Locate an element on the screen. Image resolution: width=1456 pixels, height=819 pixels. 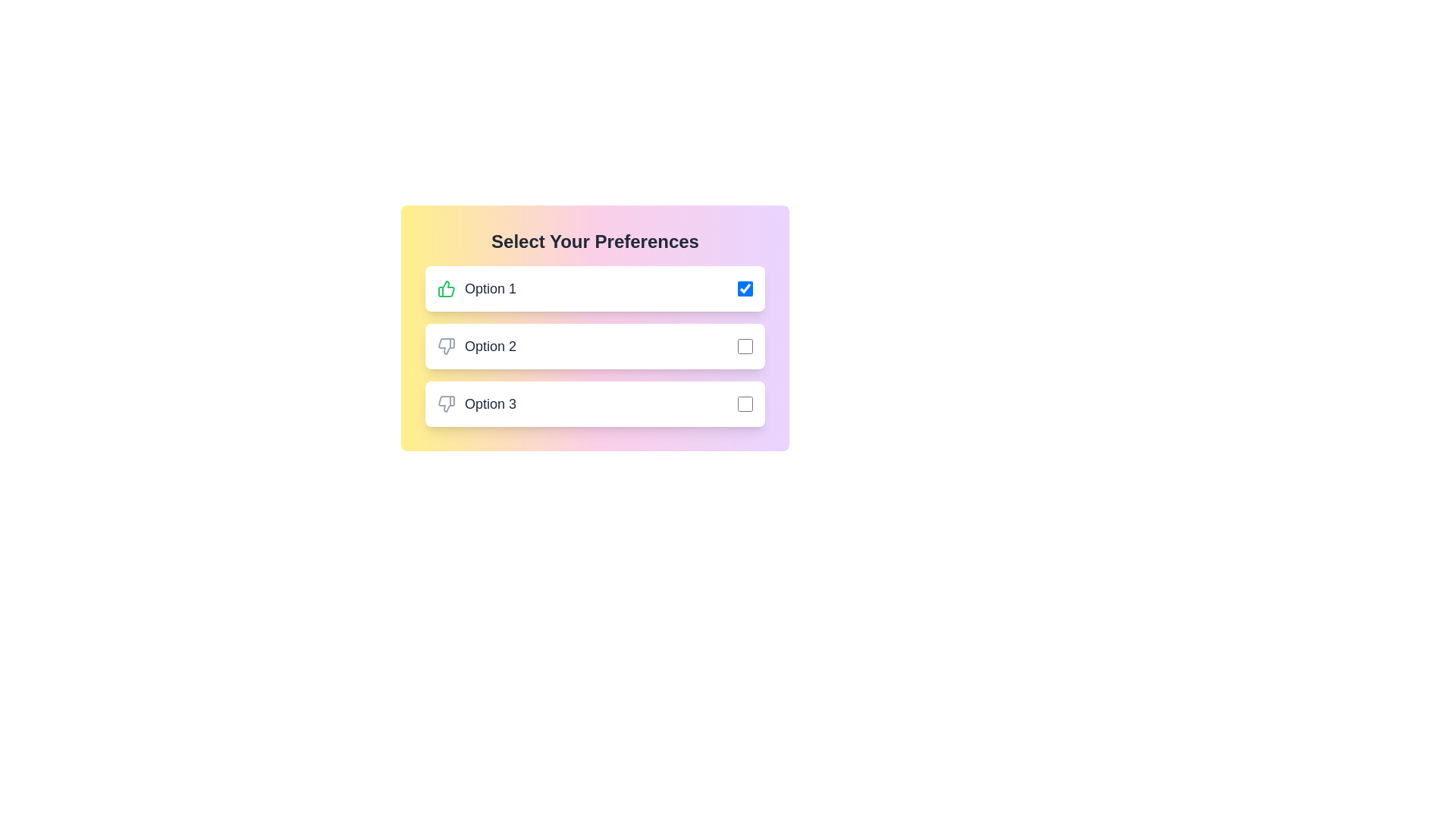
the checkboxes in the interactive card interface located centrally below the header, allowing for selection or deselection of options is located at coordinates (595, 327).